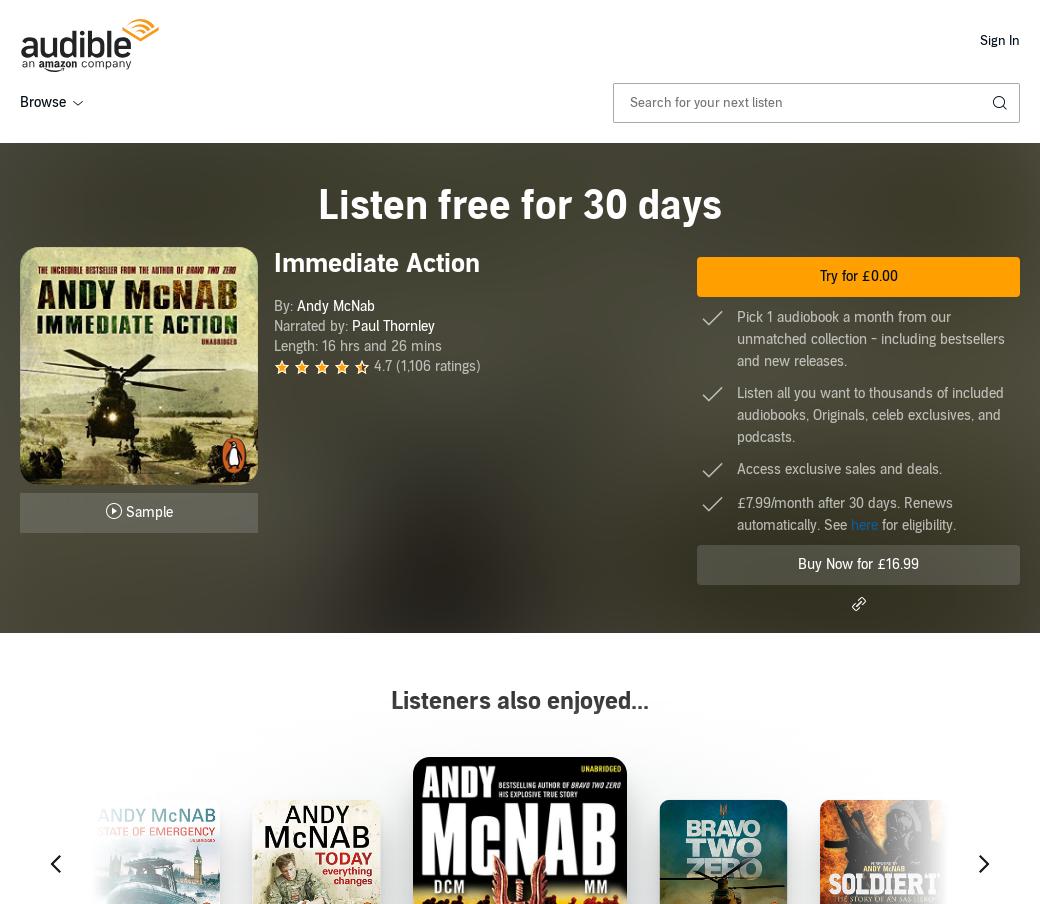  Describe the element at coordinates (857, 564) in the screenshot. I see `'Buy Now for £16.99'` at that location.